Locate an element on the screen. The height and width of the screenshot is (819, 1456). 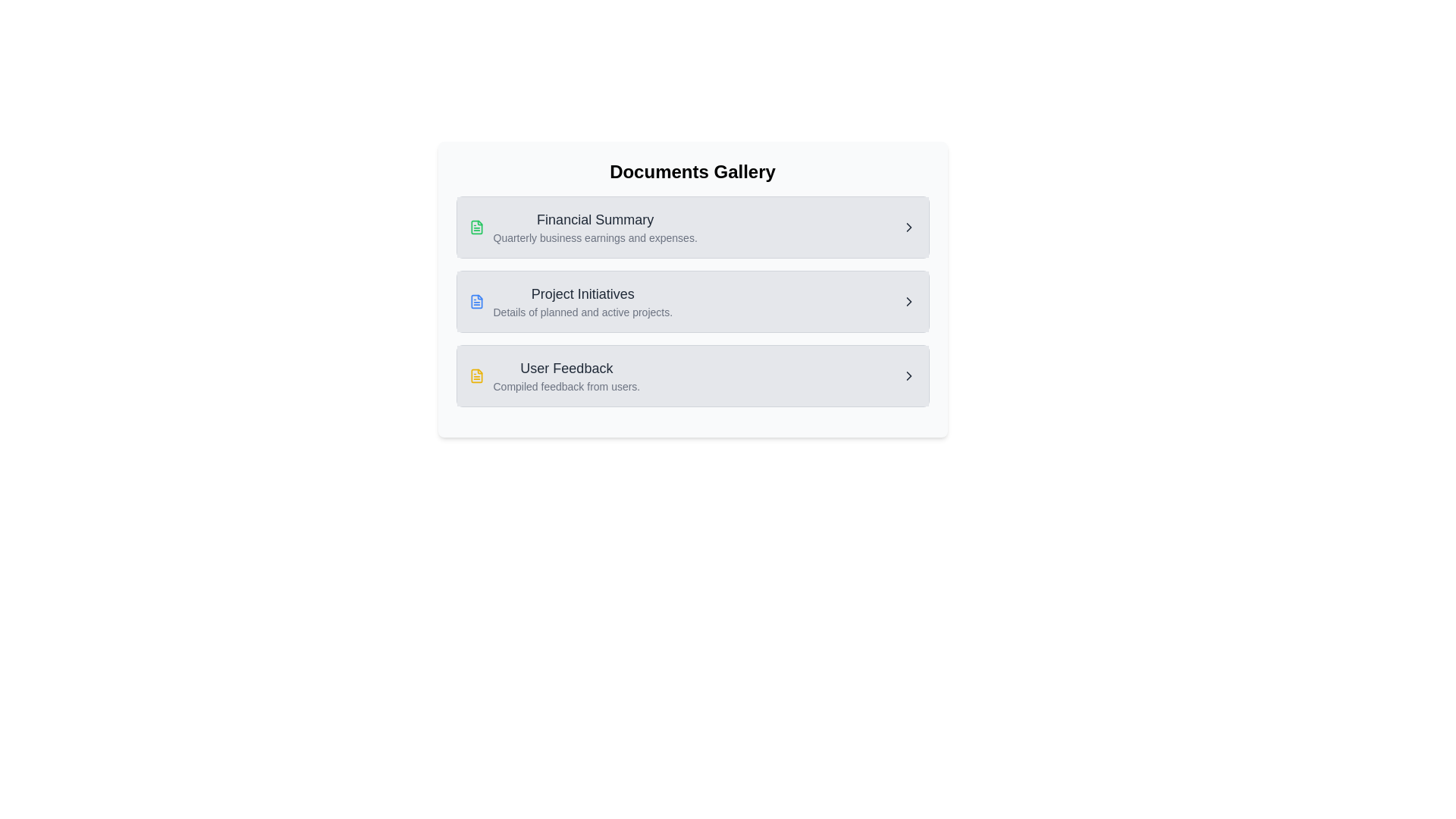
text presented by the third Text element in the vertical list, which serves as a labeled entry point for user feedback in the Documents Gallery interface is located at coordinates (566, 375).